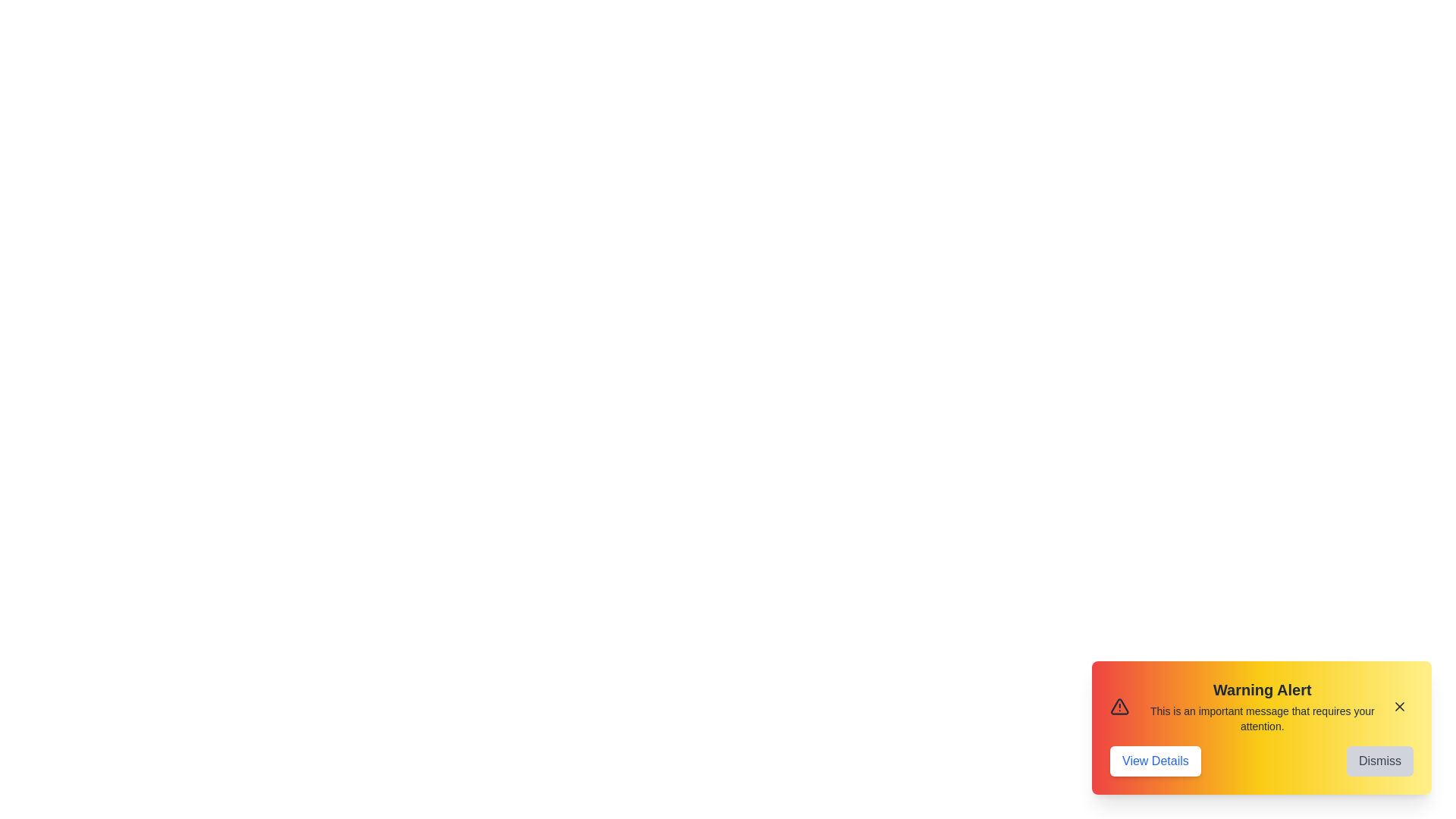 The image size is (1456, 819). Describe the element at coordinates (1379, 761) in the screenshot. I see `the 'Dismiss' button to close the alert` at that location.